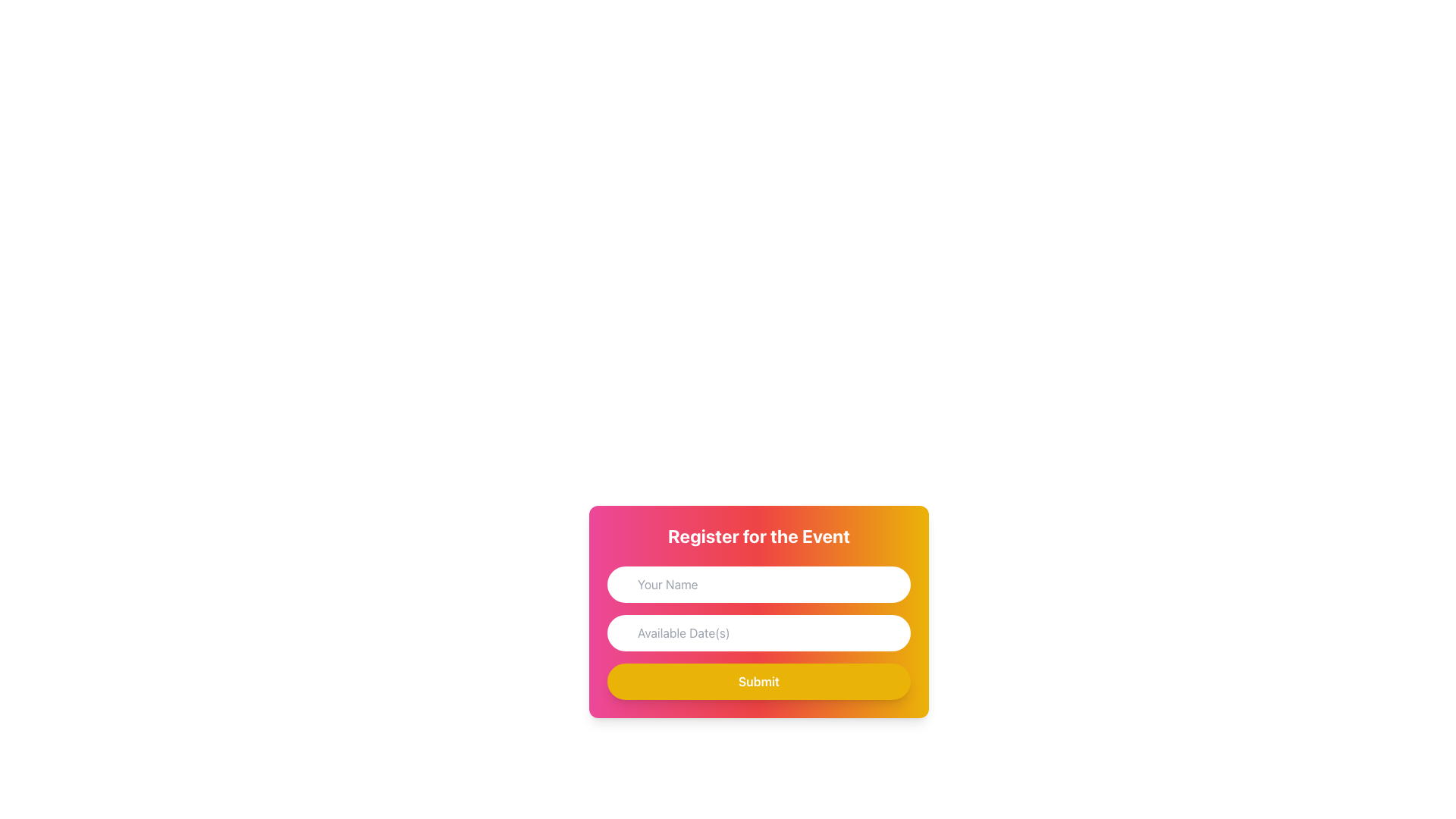 This screenshot has height=819, width=1456. I want to click on the graphic icon representing a user silhouette, located near the left edge of the 'Your Name' input field within the 'Register for the Event' card interface, so click(623, 582).